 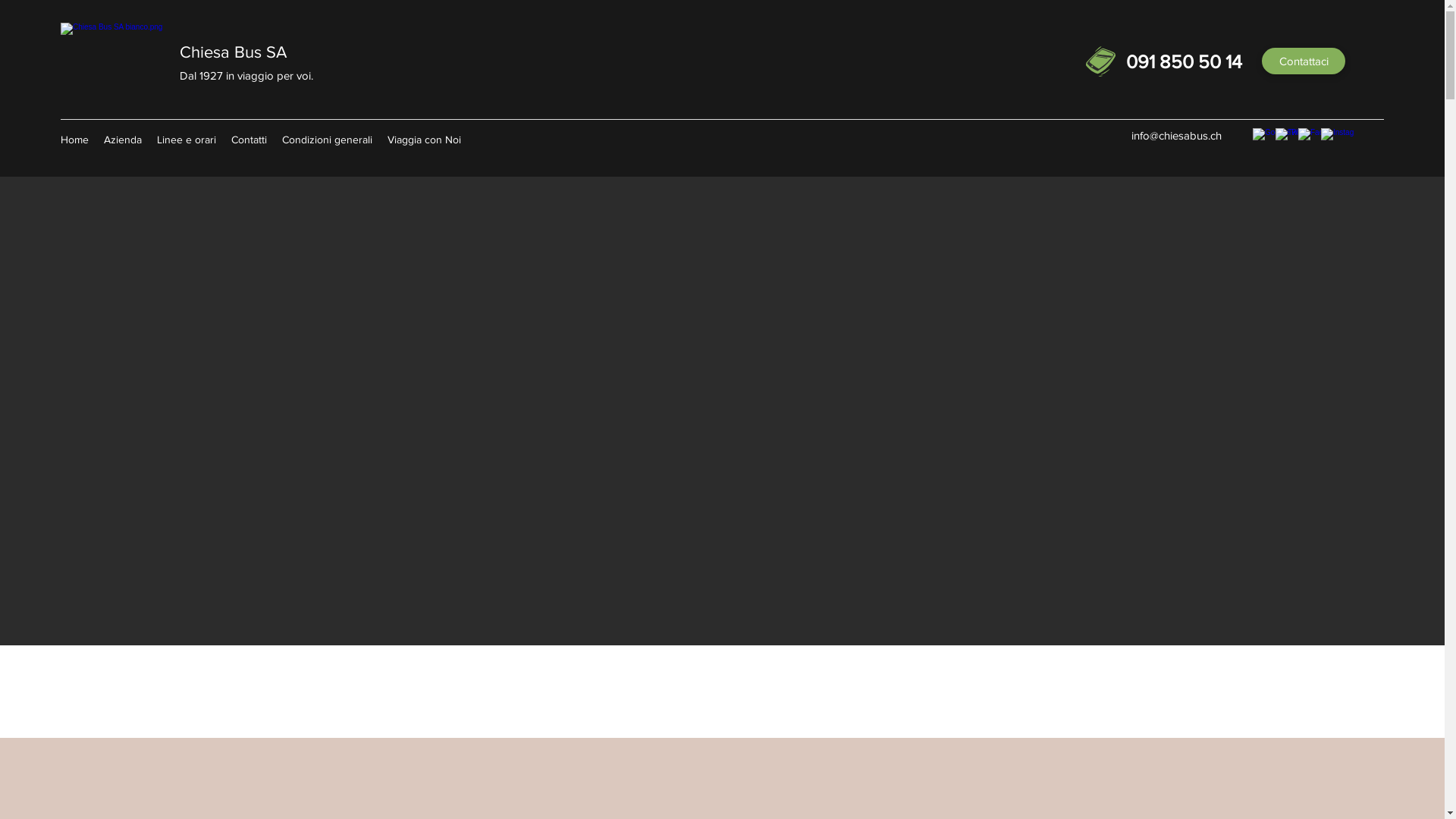 I want to click on 'Condizioni generali', so click(x=274, y=140).